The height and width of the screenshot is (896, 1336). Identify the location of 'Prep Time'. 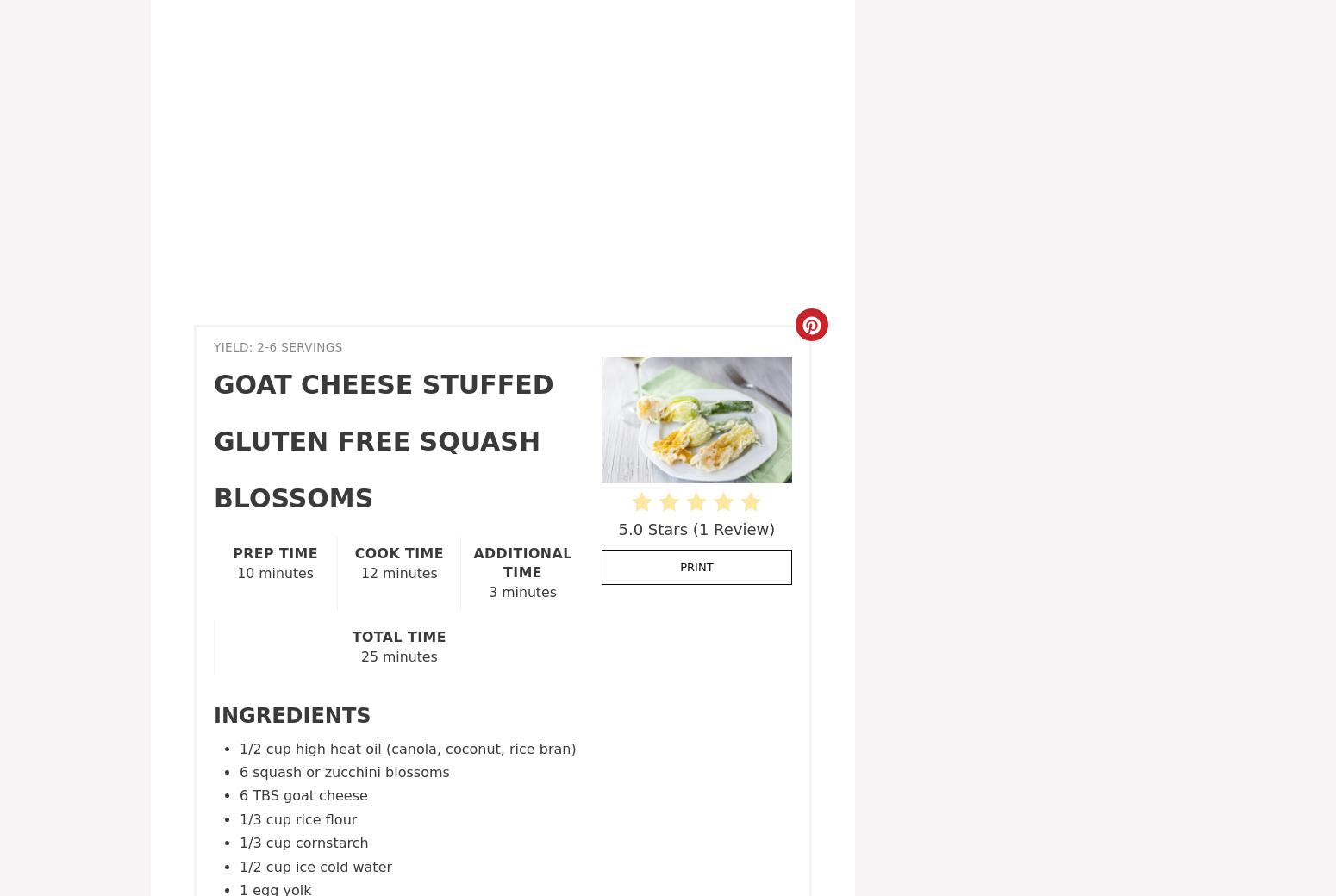
(273, 551).